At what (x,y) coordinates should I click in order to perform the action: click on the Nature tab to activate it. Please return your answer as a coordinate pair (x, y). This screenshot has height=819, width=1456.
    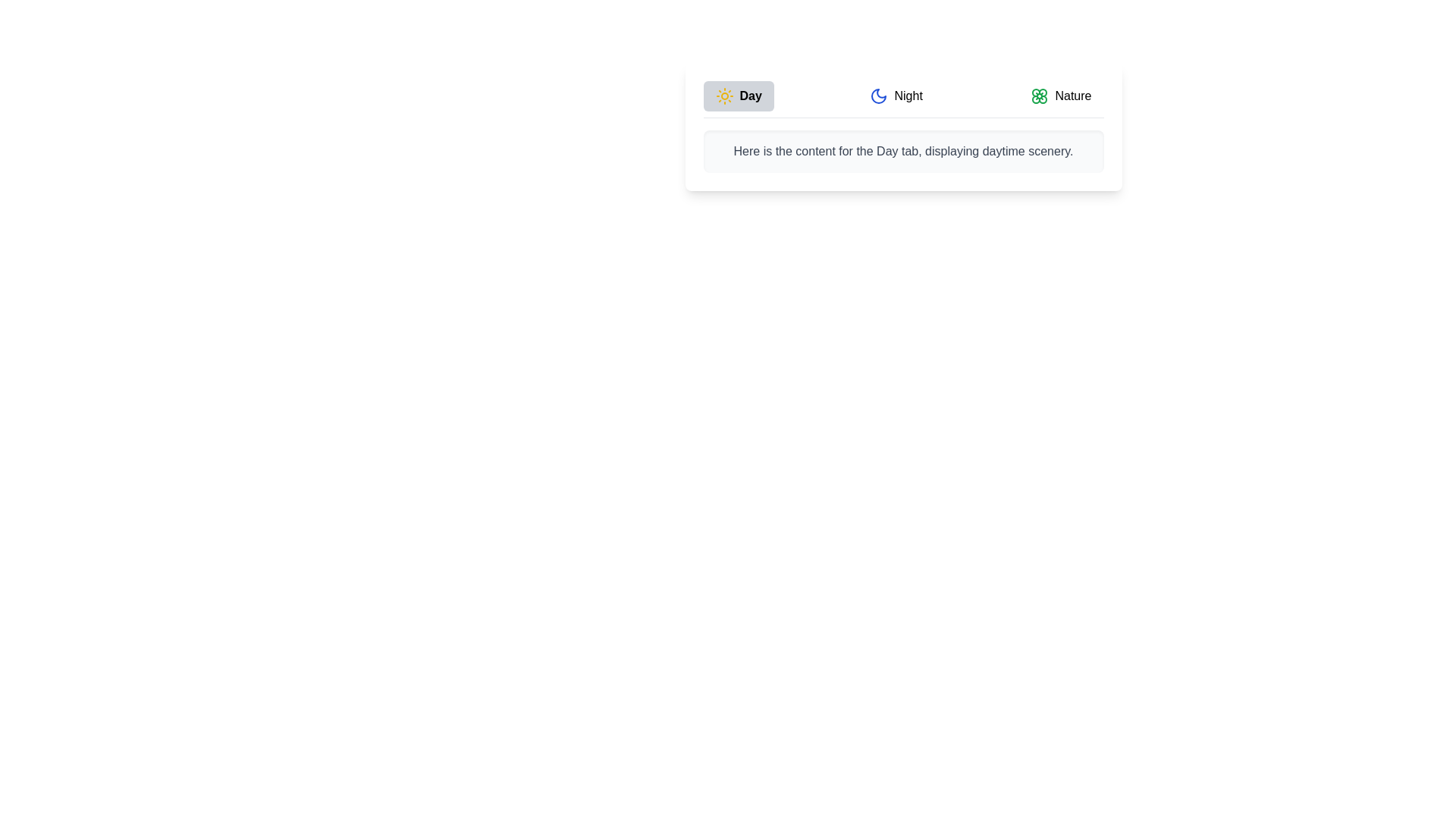
    Looking at the image, I should click on (1060, 96).